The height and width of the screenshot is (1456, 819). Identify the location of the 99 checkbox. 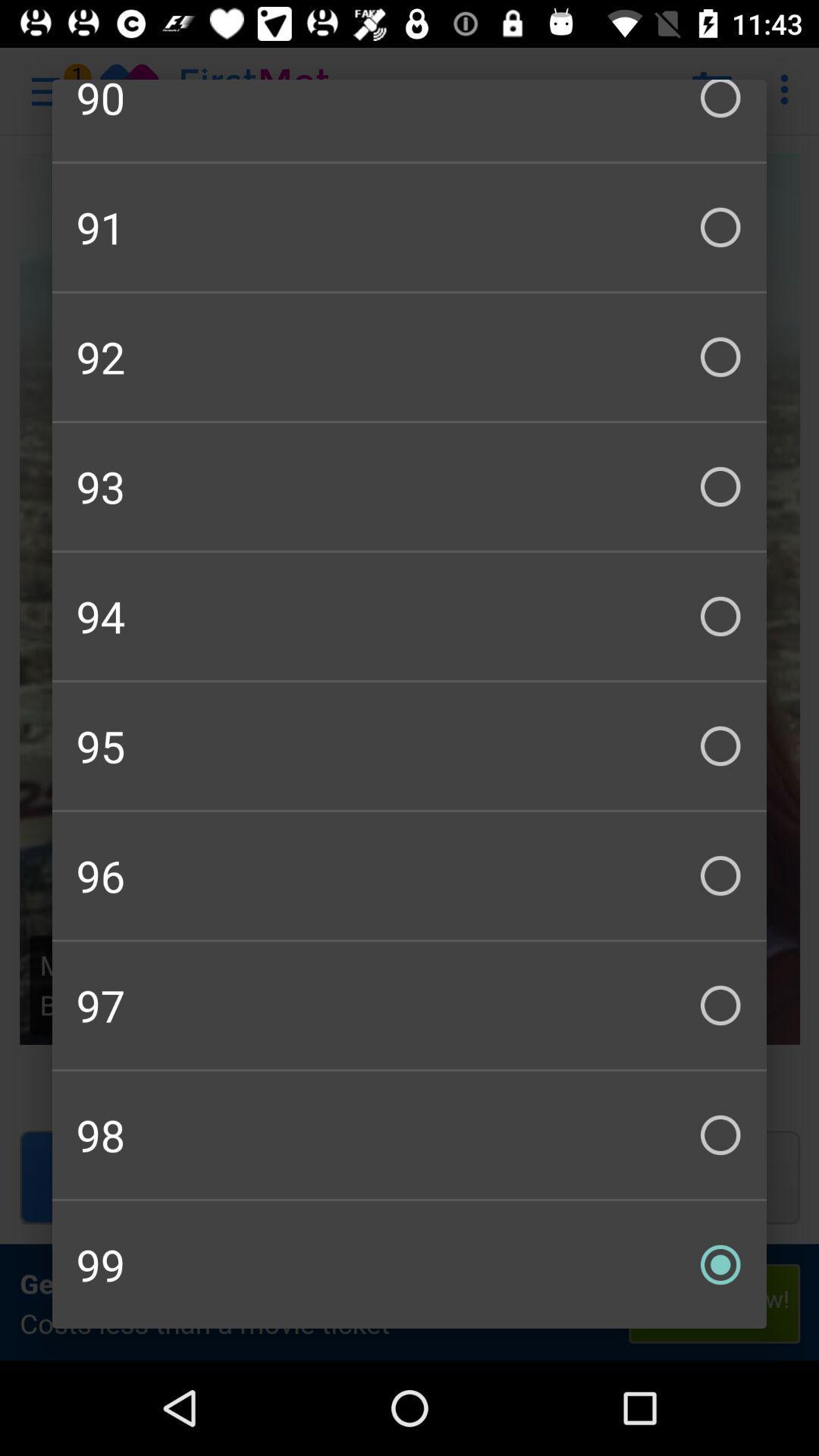
(409, 1265).